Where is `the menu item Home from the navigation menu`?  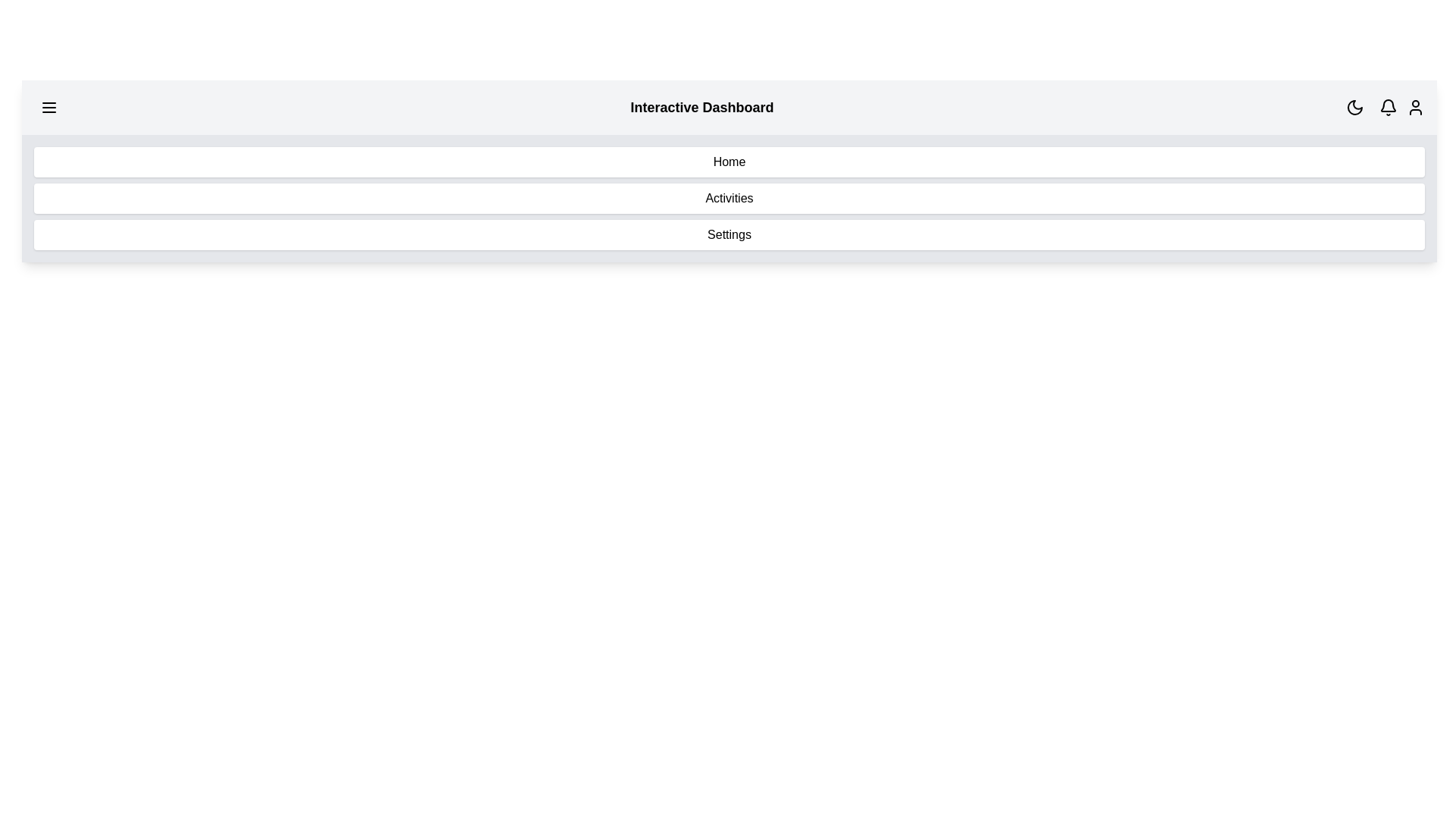
the menu item Home from the navigation menu is located at coordinates (729, 162).